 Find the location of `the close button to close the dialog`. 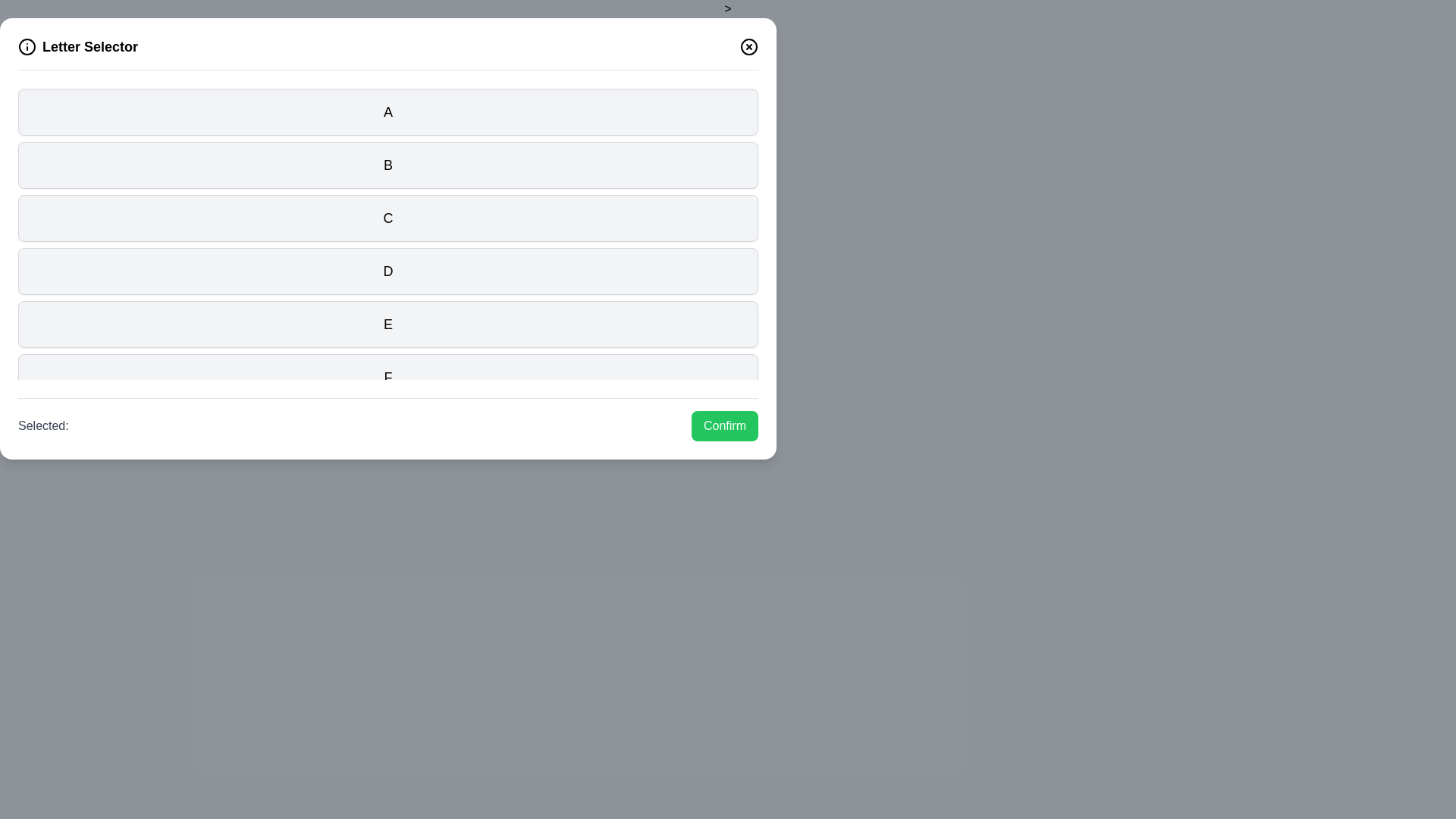

the close button to close the dialog is located at coordinates (749, 45).